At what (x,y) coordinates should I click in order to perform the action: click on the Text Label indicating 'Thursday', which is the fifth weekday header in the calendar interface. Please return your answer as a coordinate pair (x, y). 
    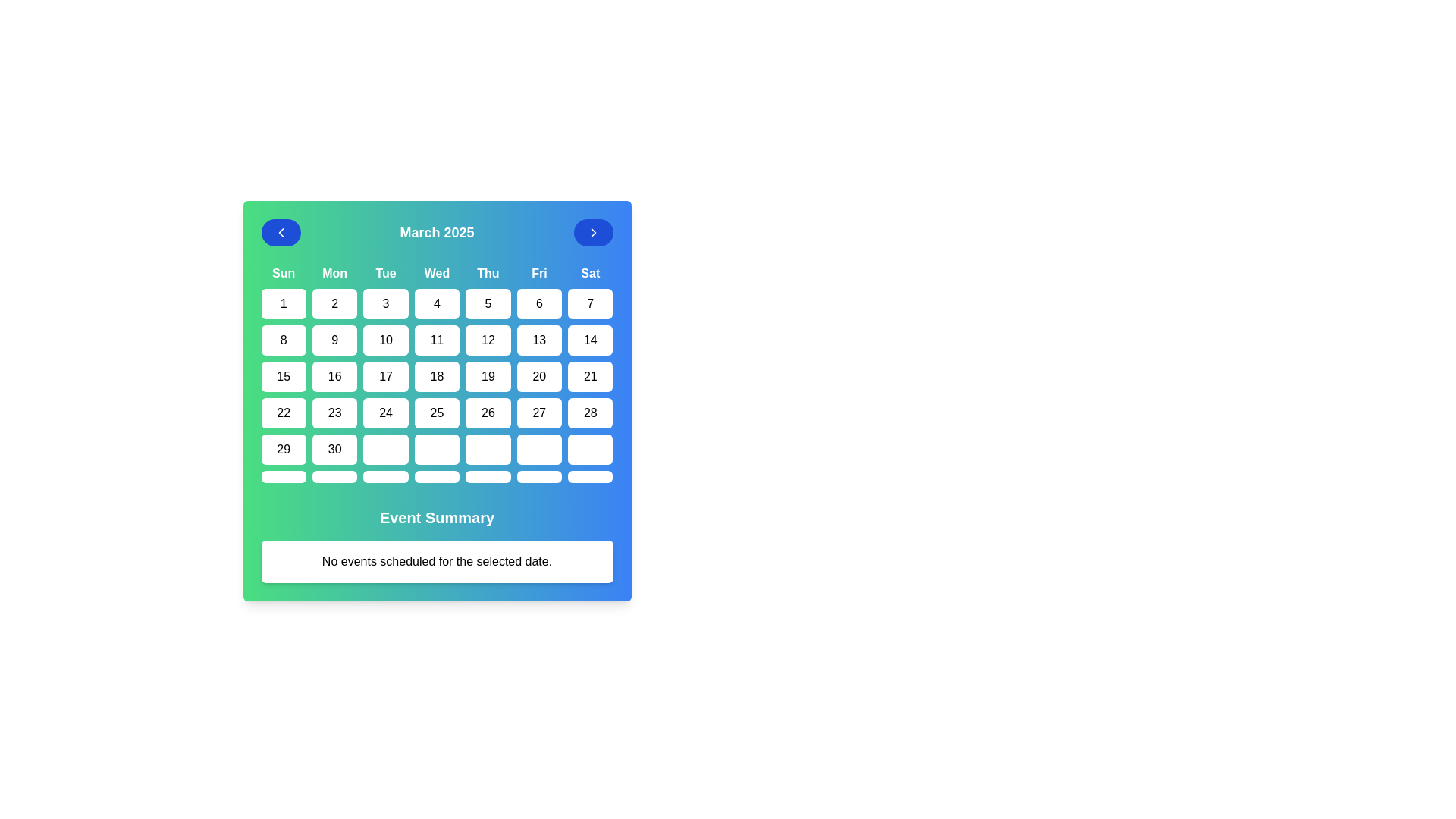
    Looking at the image, I should click on (488, 274).